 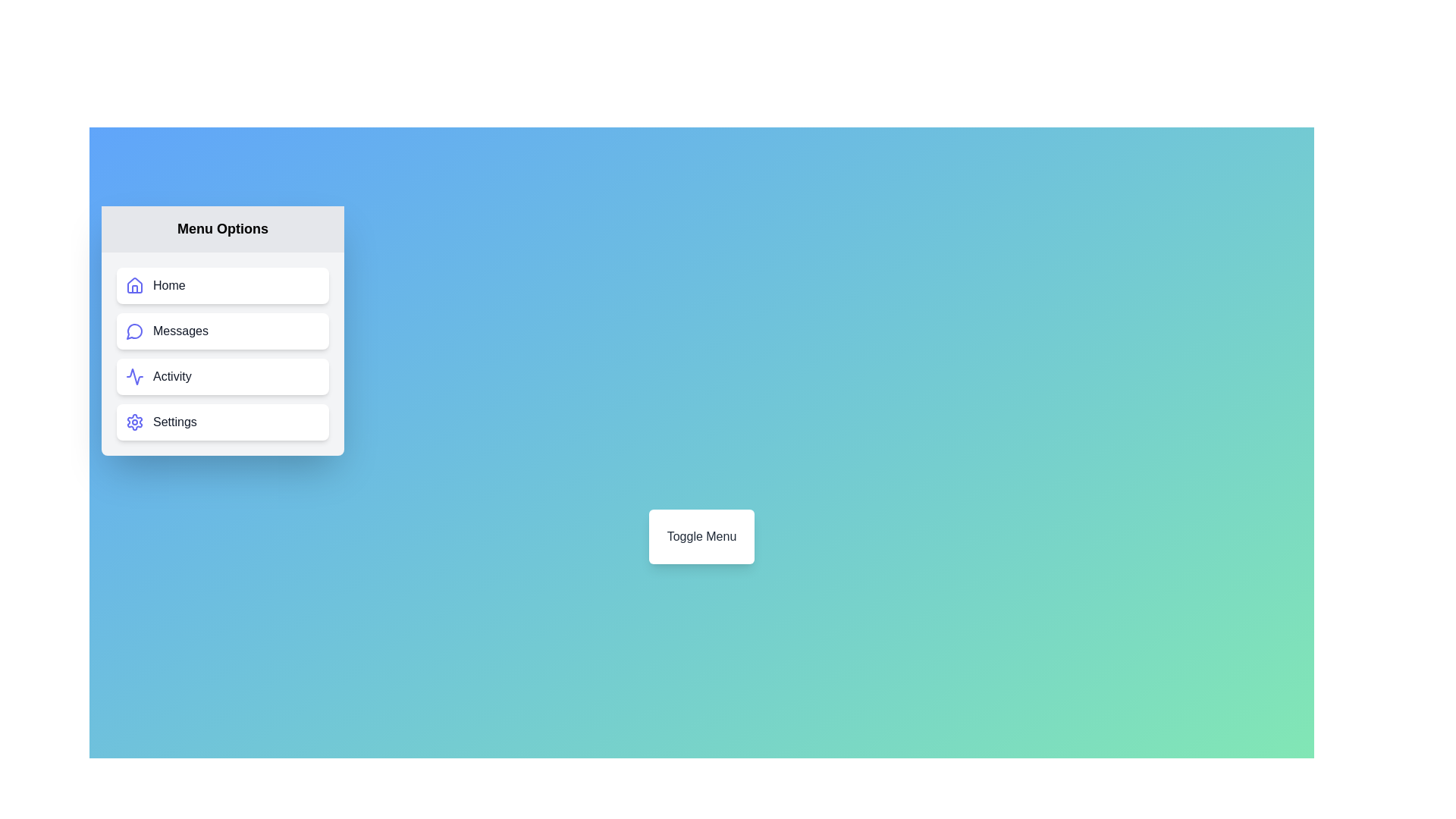 I want to click on the Settings menu item, so click(x=221, y=422).